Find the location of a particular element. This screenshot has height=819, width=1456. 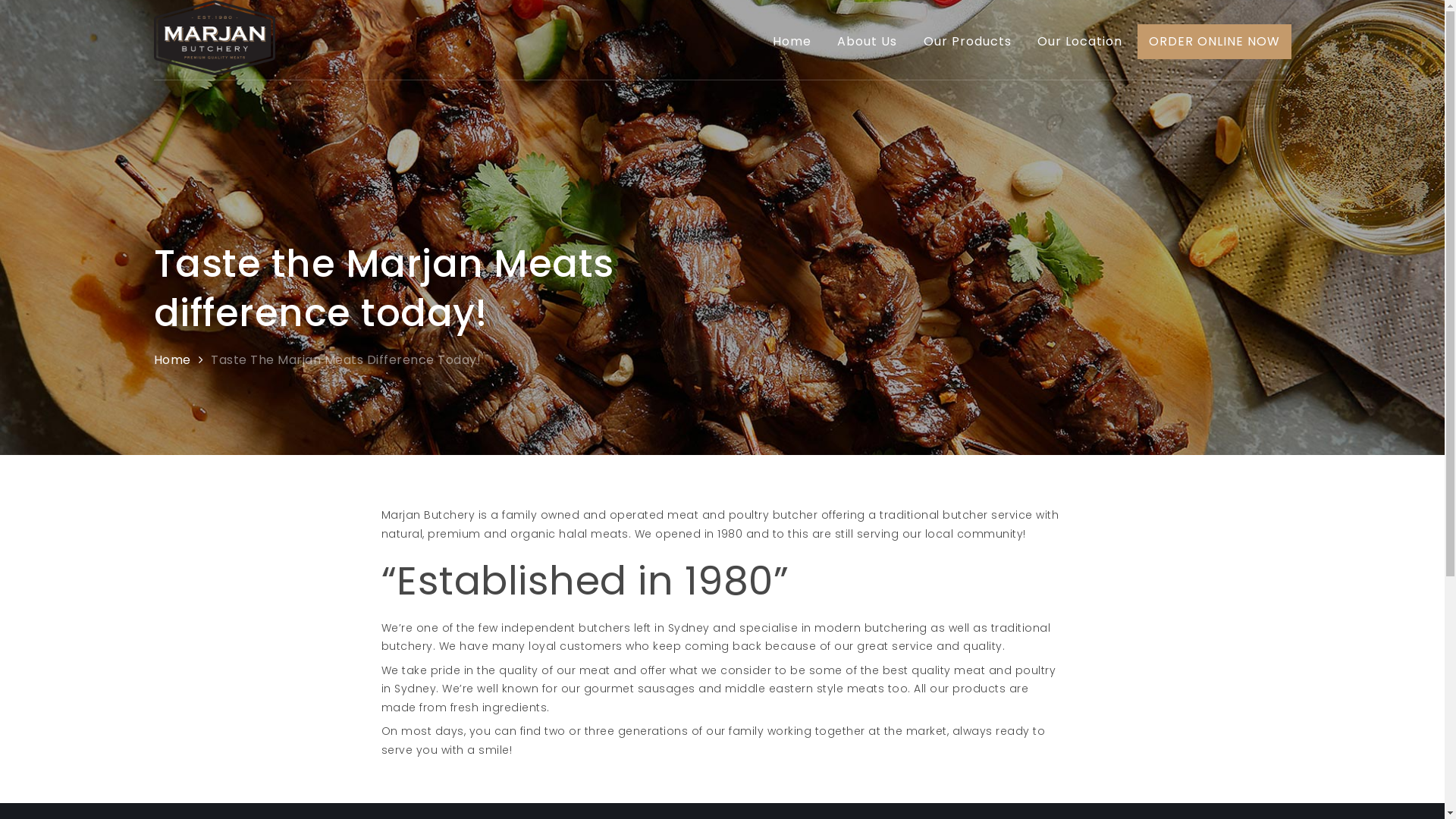

'ORDER ONLINE NOW' is located at coordinates (1214, 40).